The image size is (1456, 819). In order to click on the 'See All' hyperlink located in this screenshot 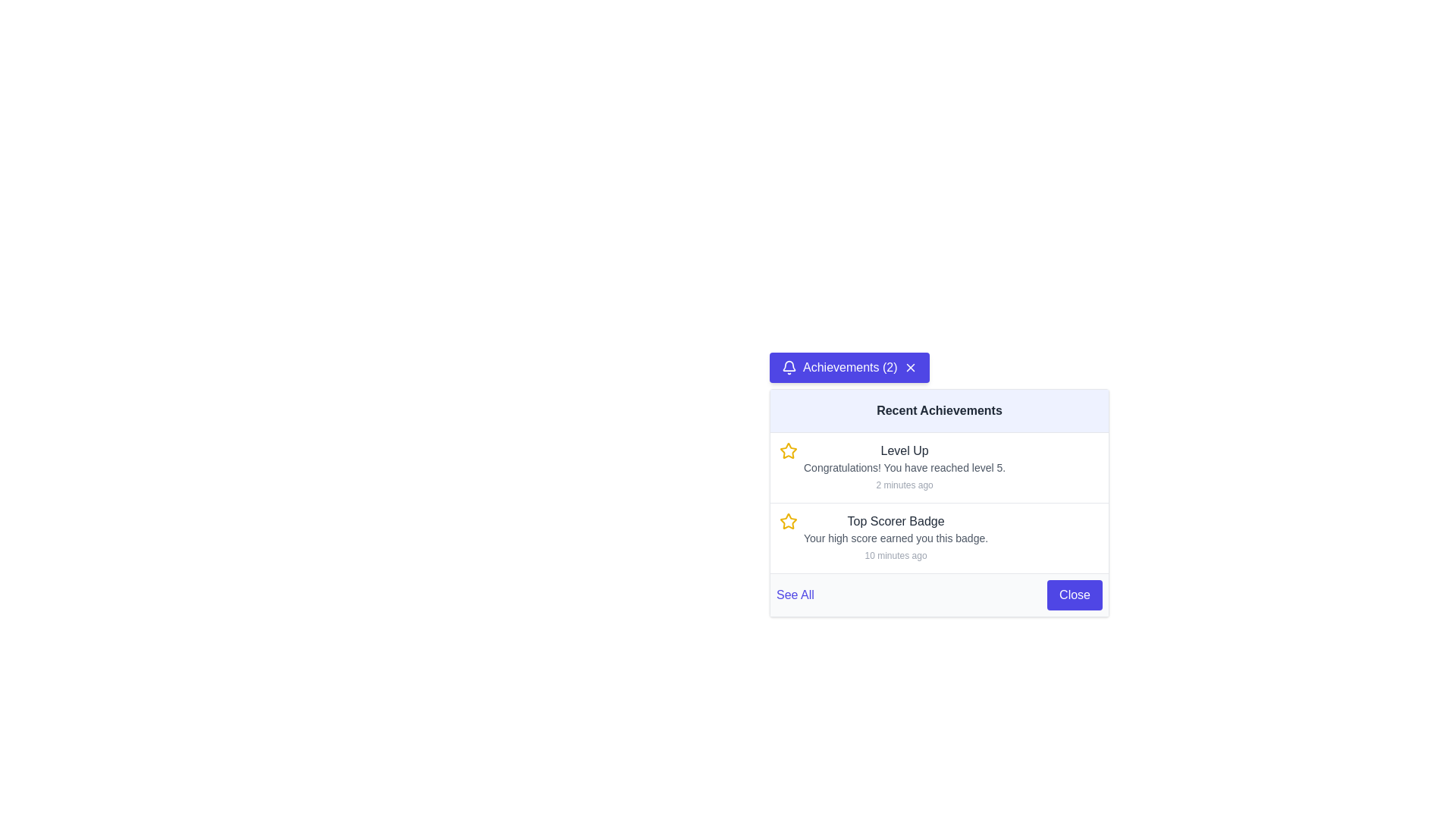, I will do `click(938, 593)`.